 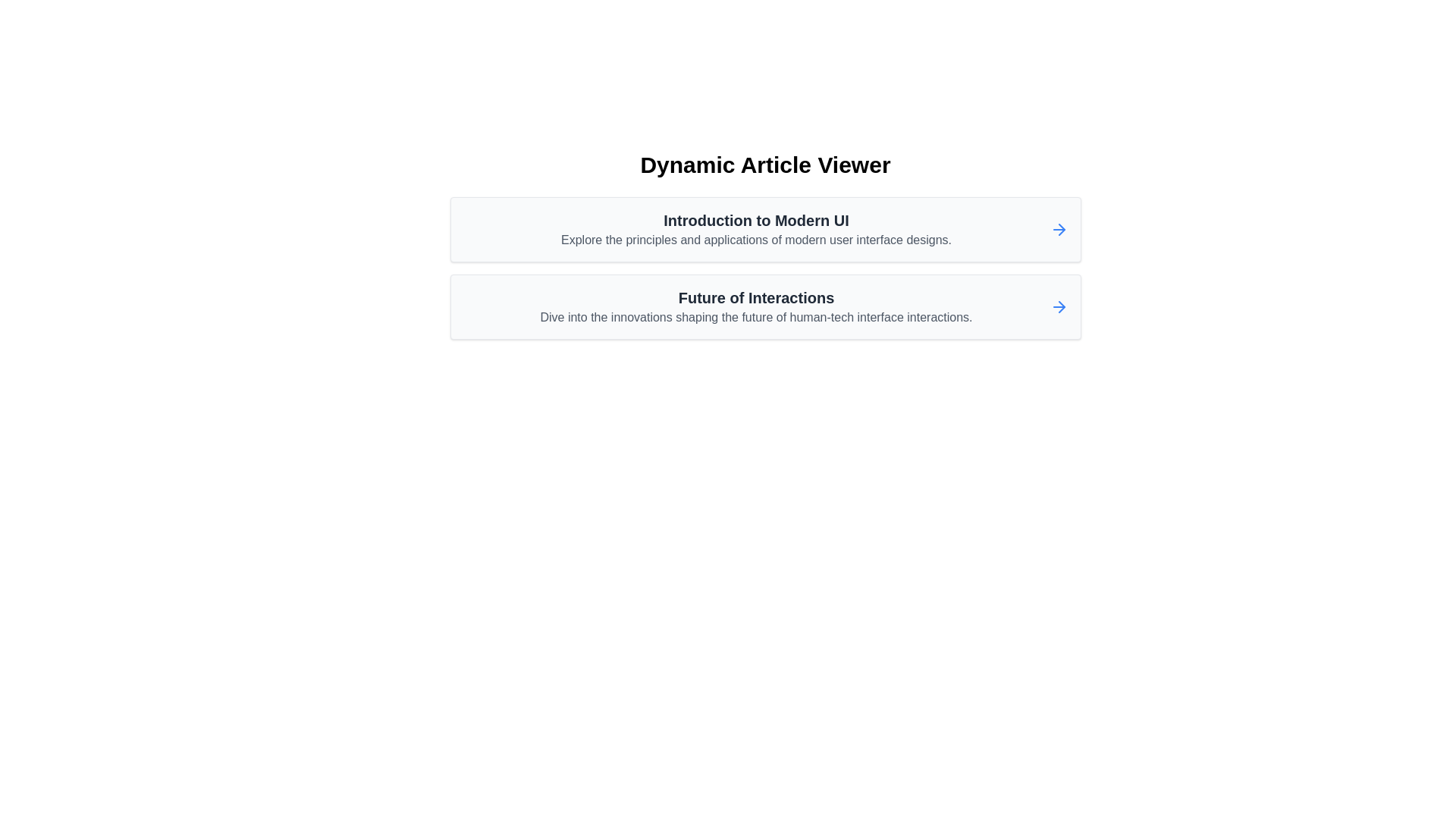 What do you see at coordinates (756, 307) in the screenshot?
I see `the Text group that contains the header 'Future of Interactions' and the description 'Dive into the innovations shaping the future of human-tech interface interactions.'` at bounding box center [756, 307].